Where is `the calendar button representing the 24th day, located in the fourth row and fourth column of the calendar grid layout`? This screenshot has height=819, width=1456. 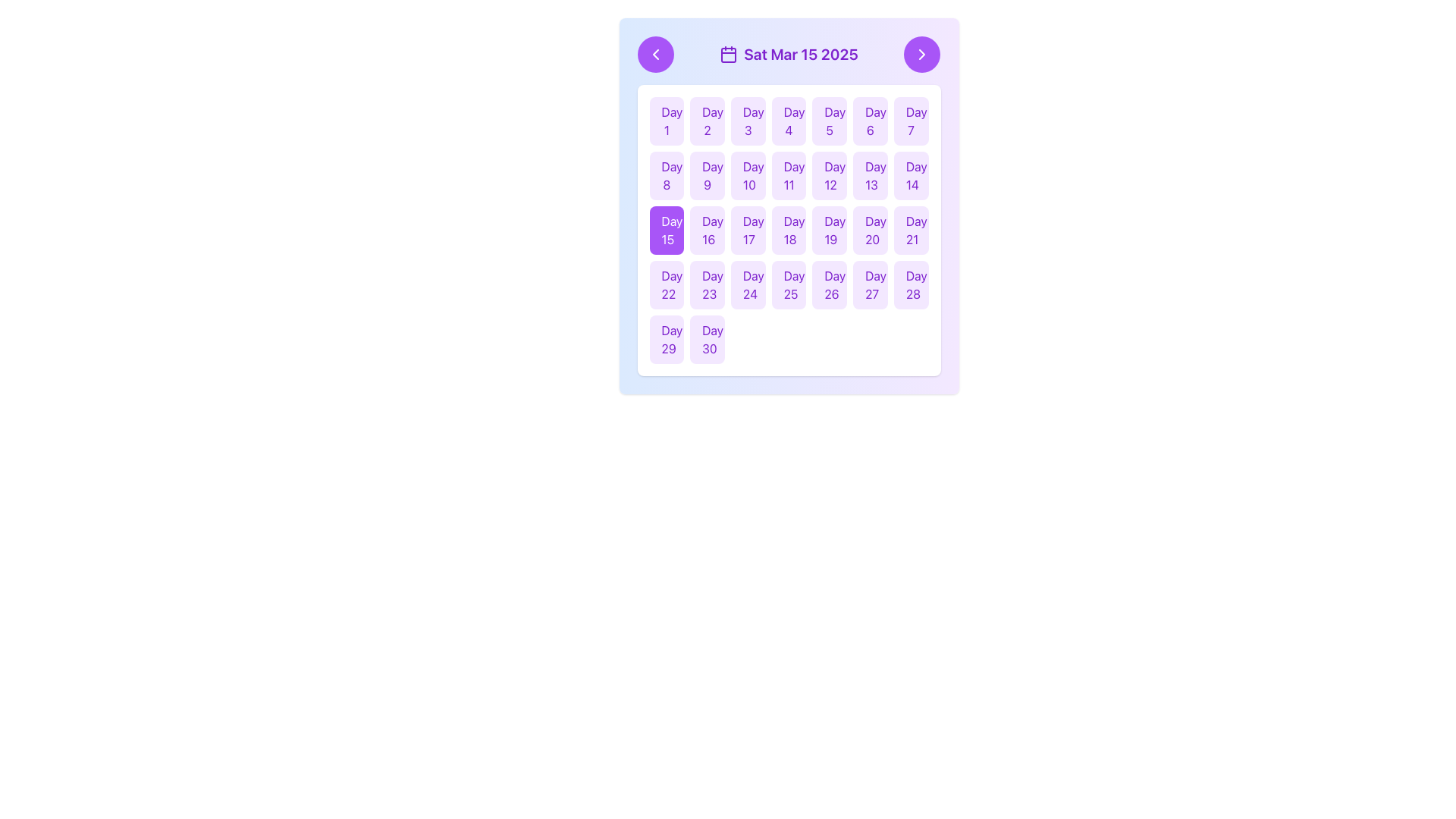 the calendar button representing the 24th day, located in the fourth row and fourth column of the calendar grid layout is located at coordinates (748, 284).